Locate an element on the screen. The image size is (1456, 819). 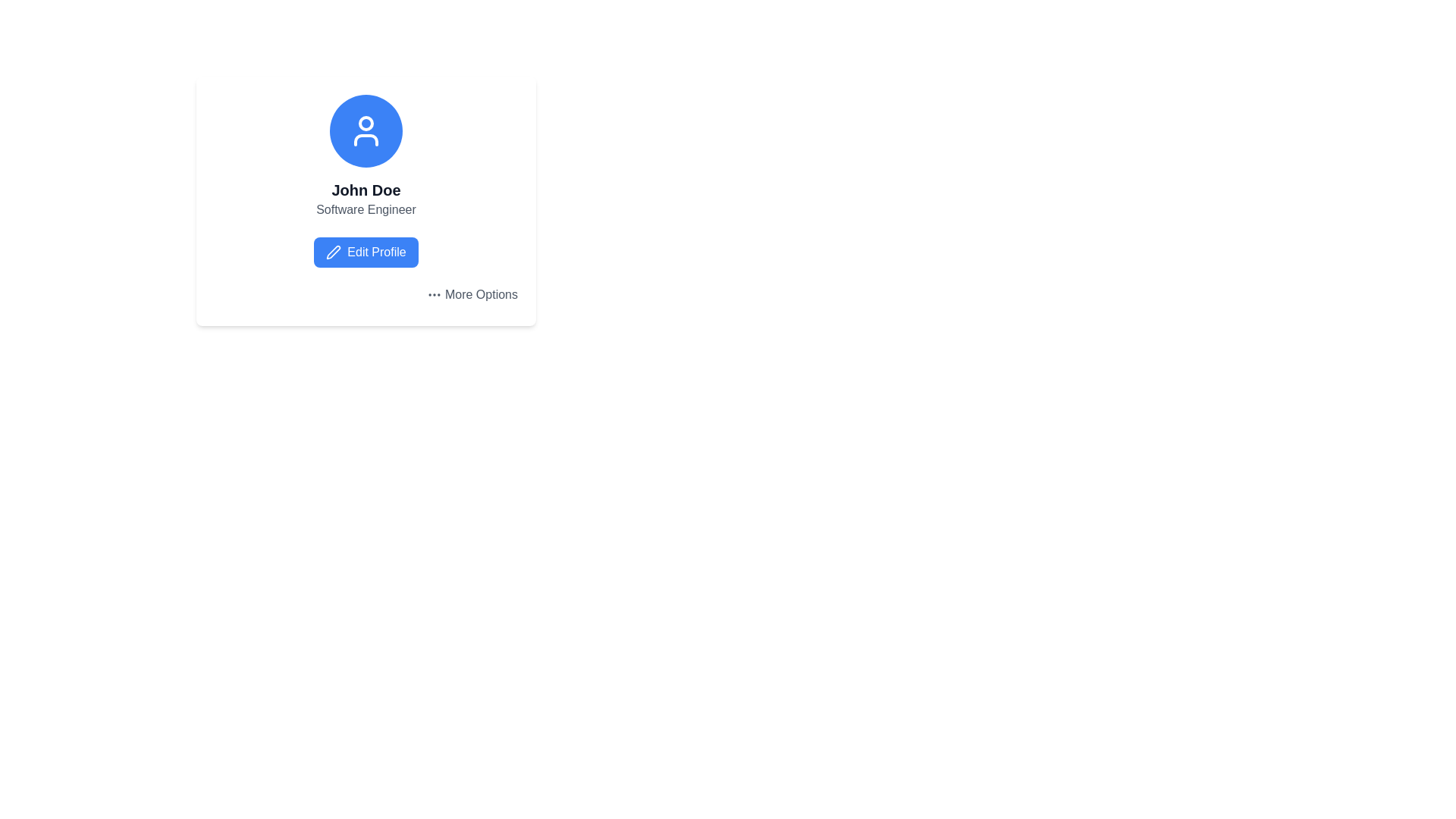
the text label displaying 'John Doe' in bold and large font, located in the user profile section, directly below the user avatar and above 'Software Engineer' is located at coordinates (366, 189).